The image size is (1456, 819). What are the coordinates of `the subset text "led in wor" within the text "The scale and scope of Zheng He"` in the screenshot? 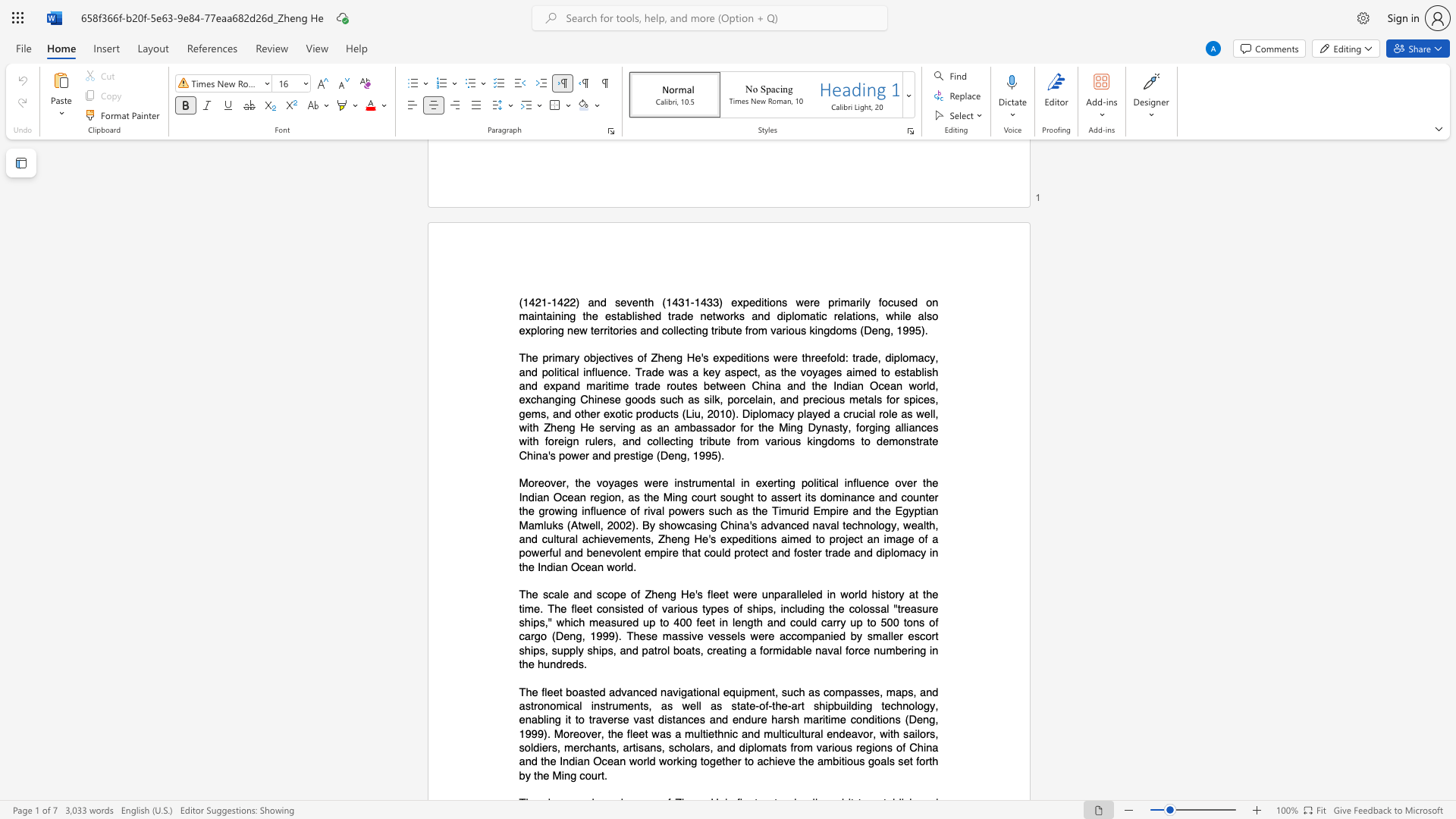 It's located at (807, 594).